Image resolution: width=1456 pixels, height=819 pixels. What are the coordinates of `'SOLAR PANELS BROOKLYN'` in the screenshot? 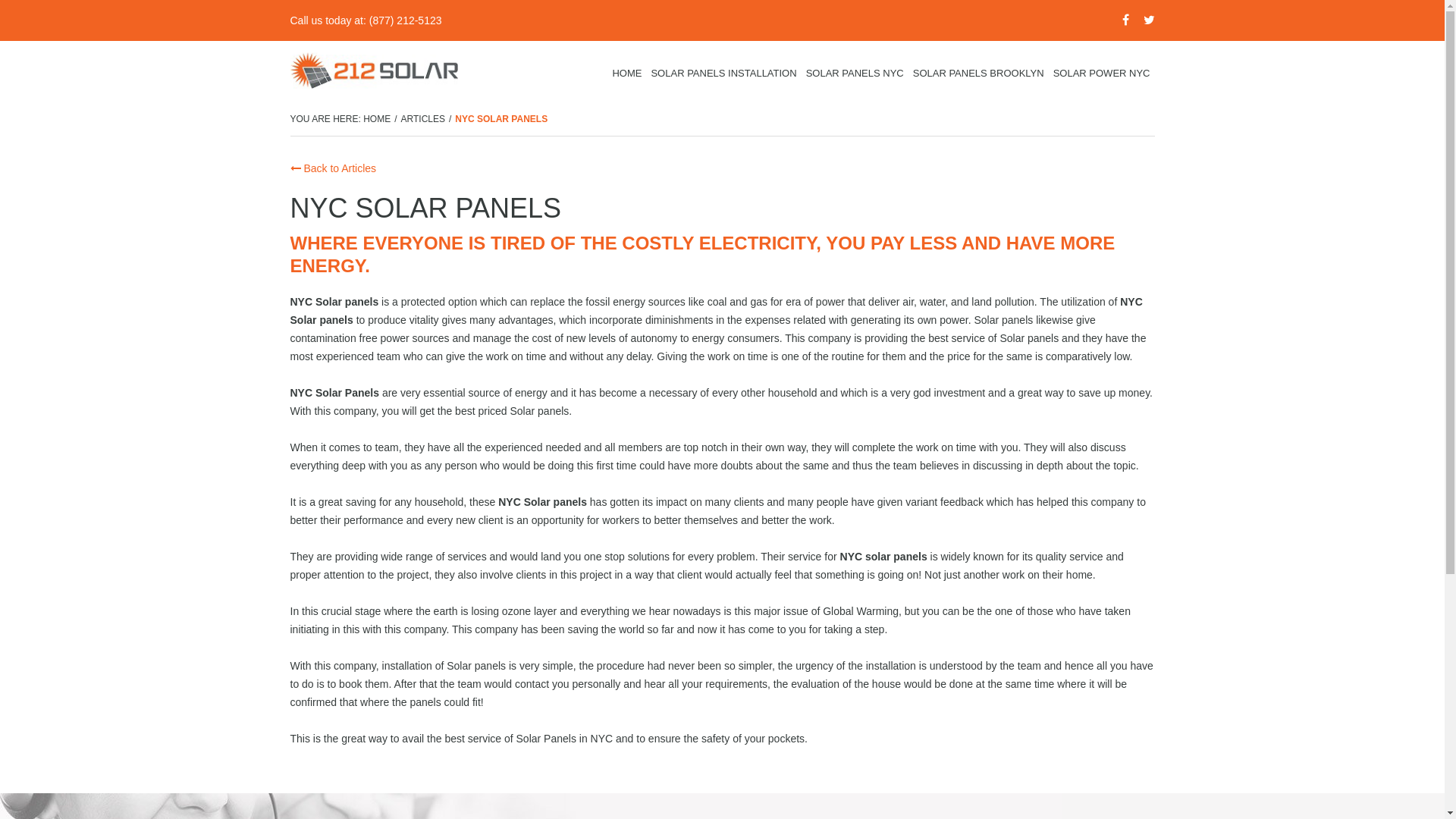 It's located at (978, 73).